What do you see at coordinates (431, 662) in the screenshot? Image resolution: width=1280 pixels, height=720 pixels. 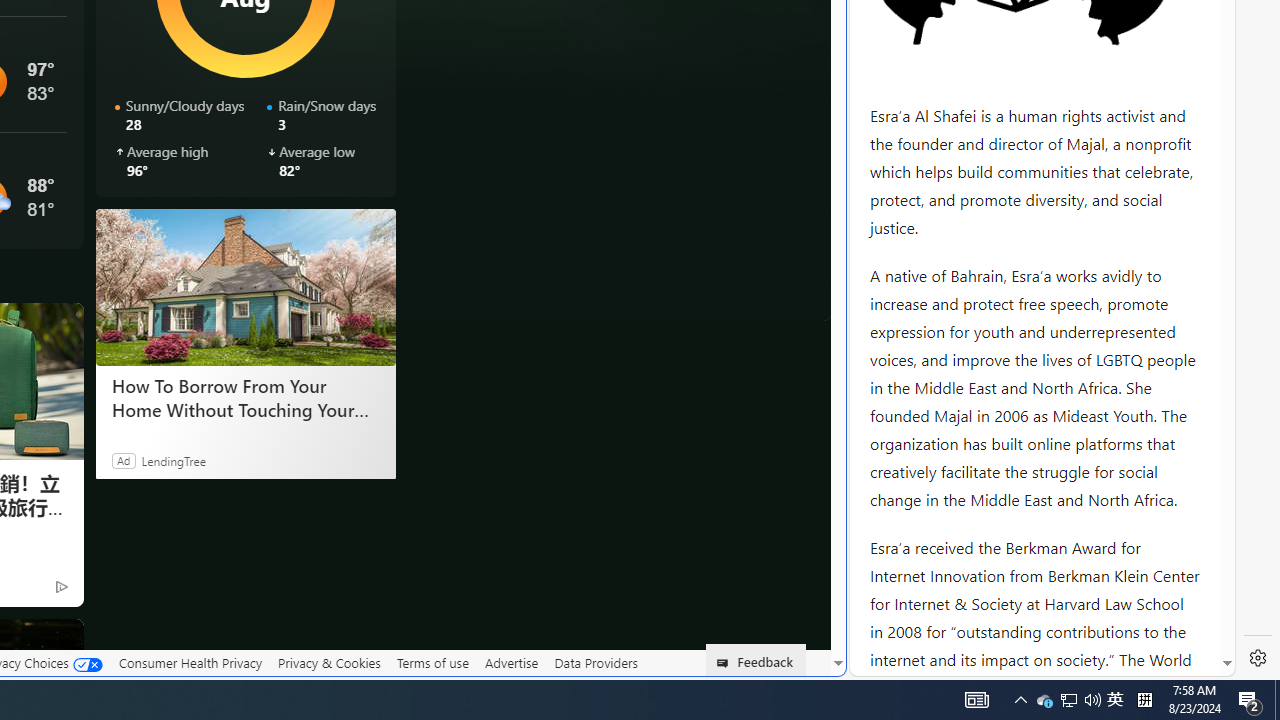 I see `'Terms of use'` at bounding box center [431, 662].